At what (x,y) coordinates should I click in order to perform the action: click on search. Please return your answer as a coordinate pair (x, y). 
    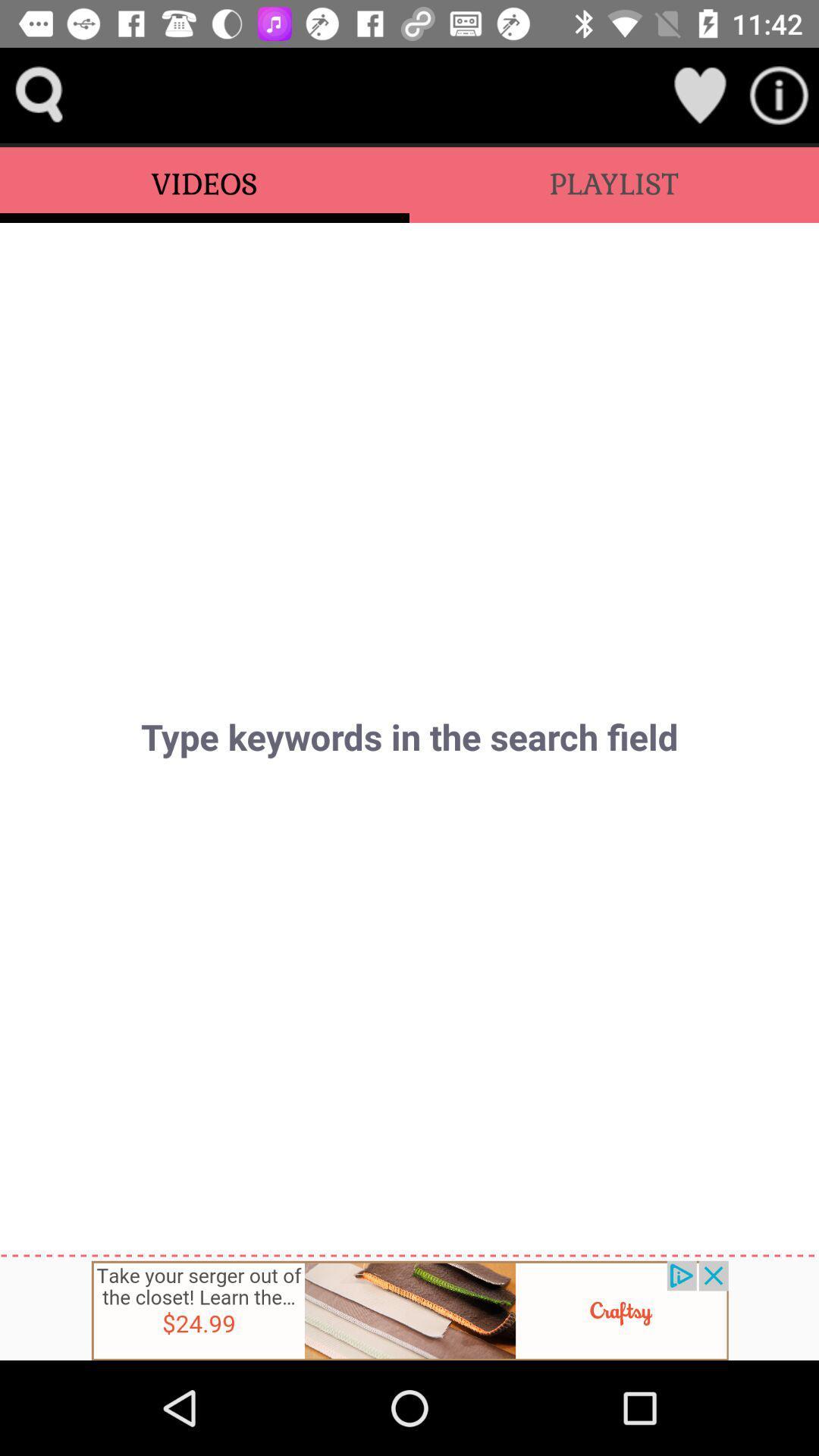
    Looking at the image, I should click on (39, 94).